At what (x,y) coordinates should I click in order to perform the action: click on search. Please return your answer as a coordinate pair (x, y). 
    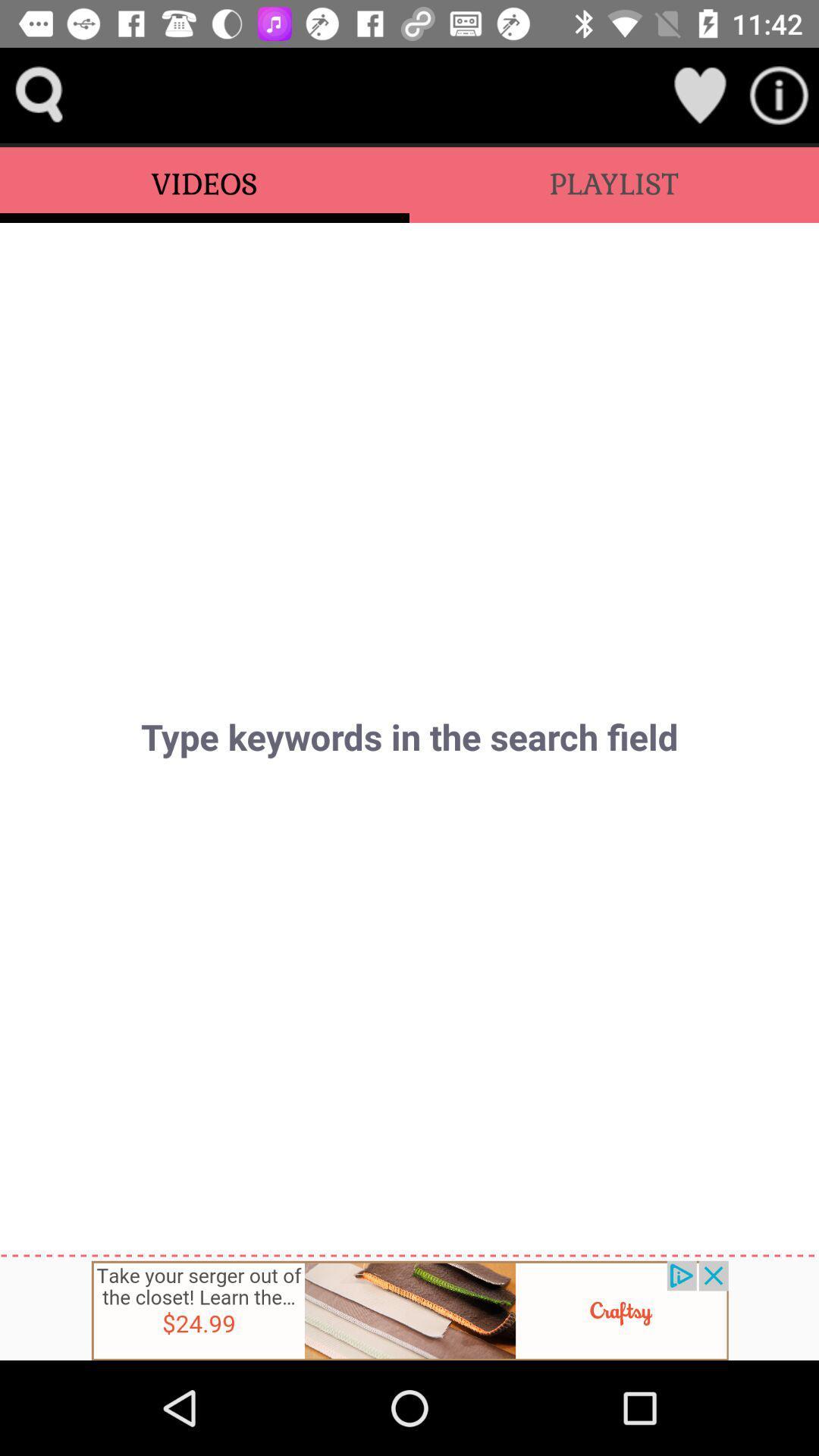
    Looking at the image, I should click on (39, 94).